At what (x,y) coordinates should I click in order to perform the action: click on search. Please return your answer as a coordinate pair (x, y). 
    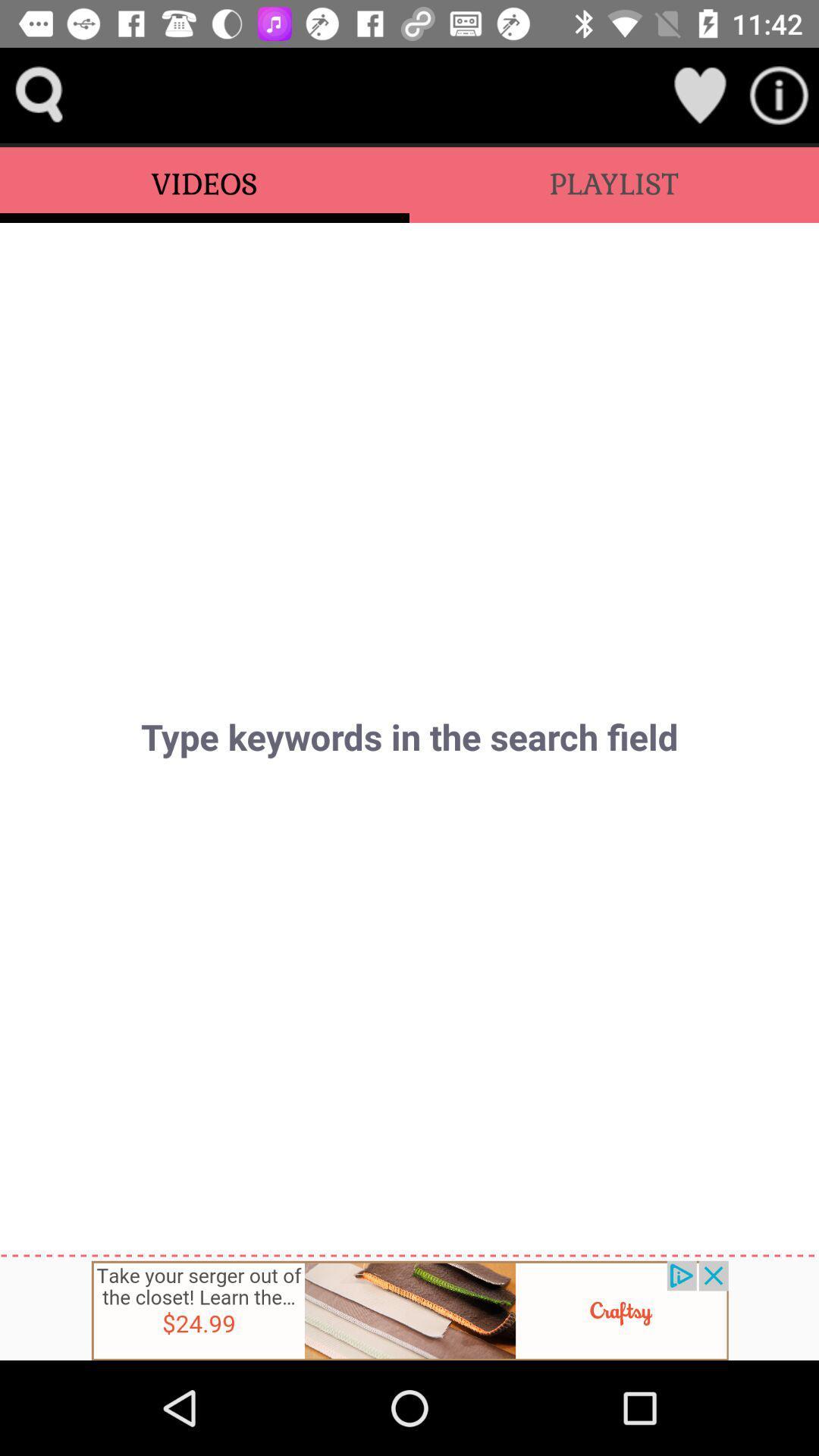
    Looking at the image, I should click on (39, 94).